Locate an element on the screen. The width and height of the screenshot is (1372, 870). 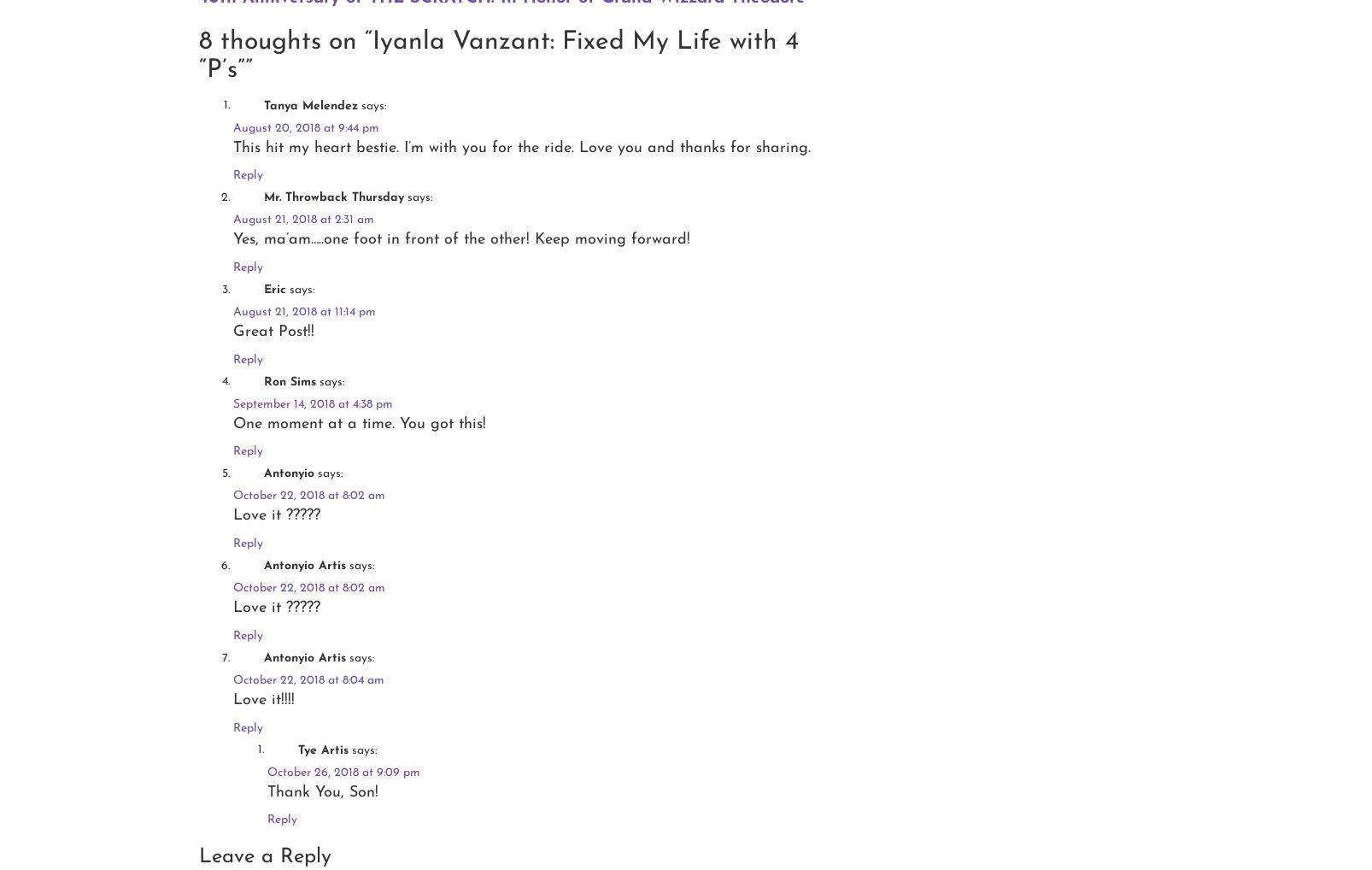
'Mr. Throwback Thursday' is located at coordinates (333, 197).